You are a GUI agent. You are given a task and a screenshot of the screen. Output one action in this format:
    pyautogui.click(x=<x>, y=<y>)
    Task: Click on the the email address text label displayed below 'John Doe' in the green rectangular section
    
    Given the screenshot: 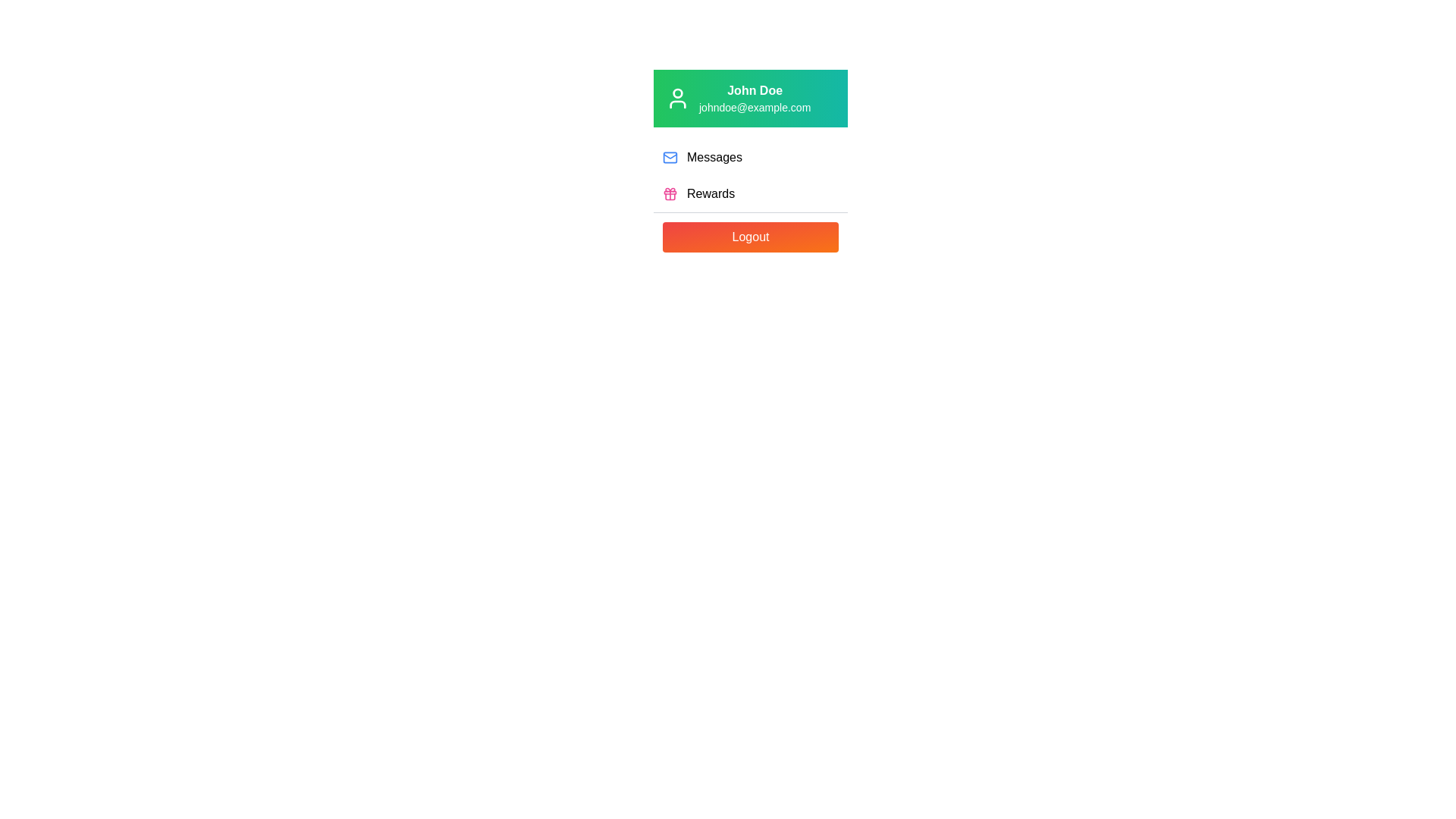 What is the action you would take?
    pyautogui.click(x=755, y=107)
    